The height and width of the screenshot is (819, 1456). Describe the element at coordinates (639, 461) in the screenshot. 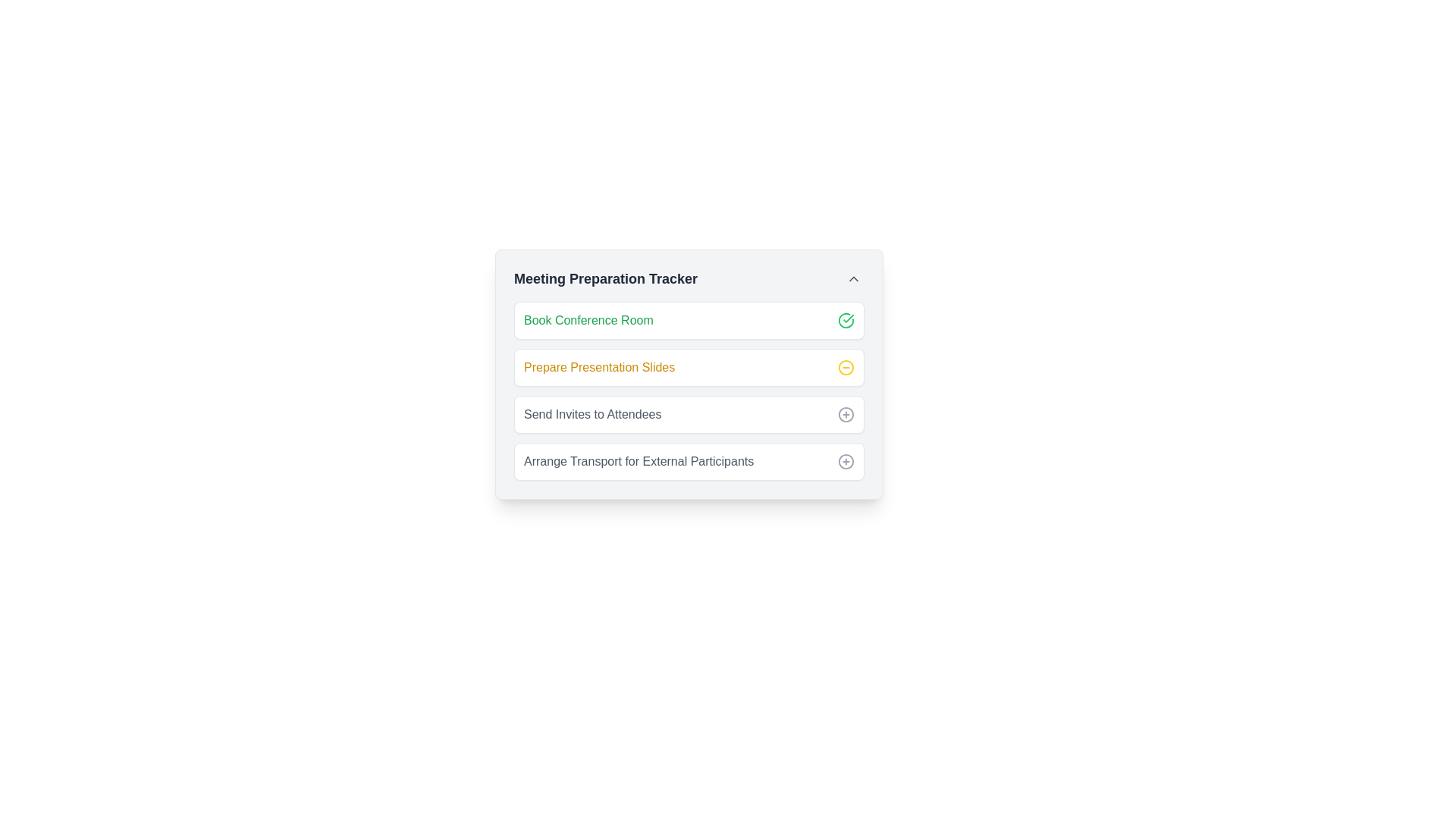

I see `the text label that reads 'Arrange Transport for External Participants,' which is the fourth item in the task list interface` at that location.